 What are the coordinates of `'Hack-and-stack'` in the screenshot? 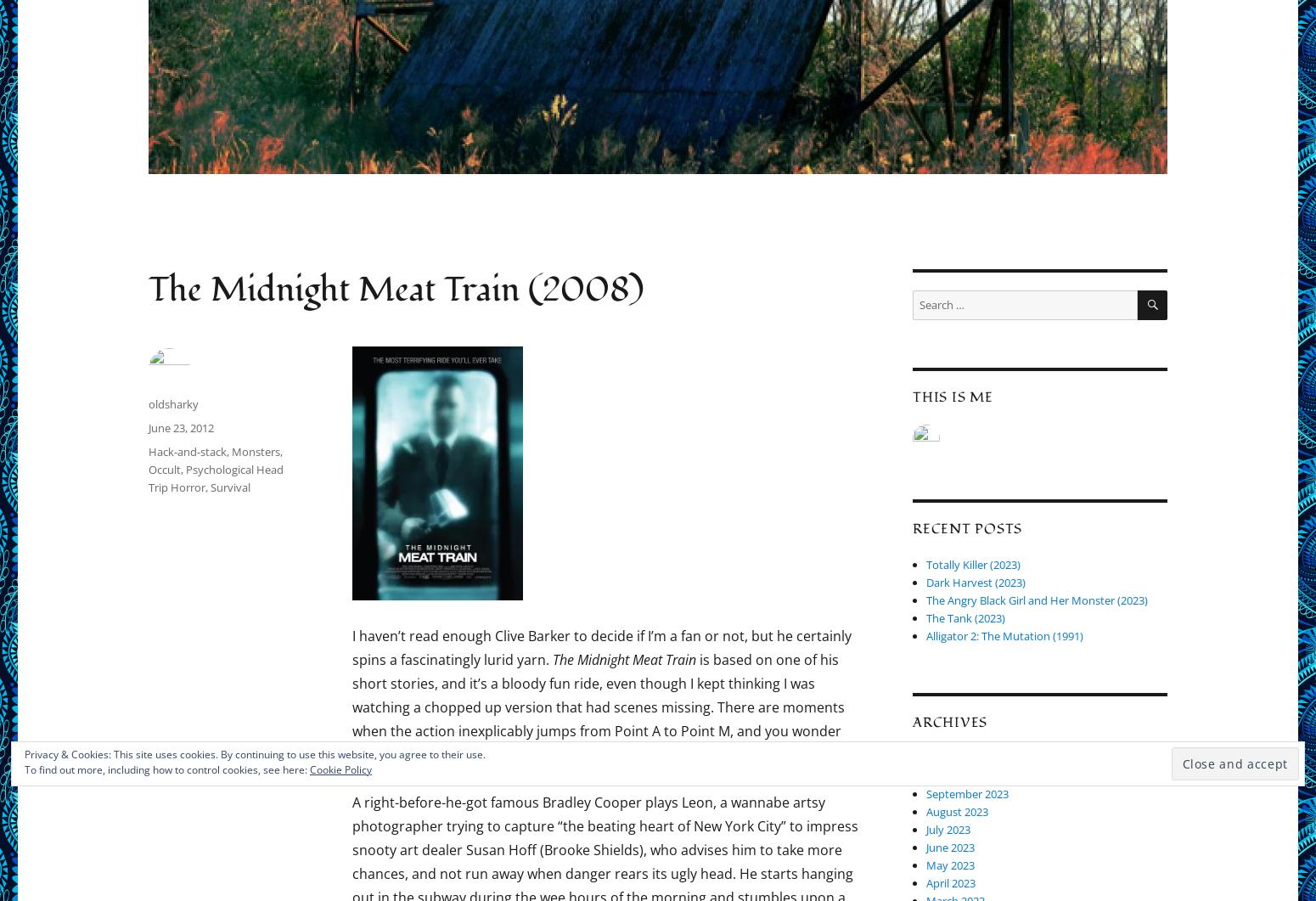 It's located at (187, 450).